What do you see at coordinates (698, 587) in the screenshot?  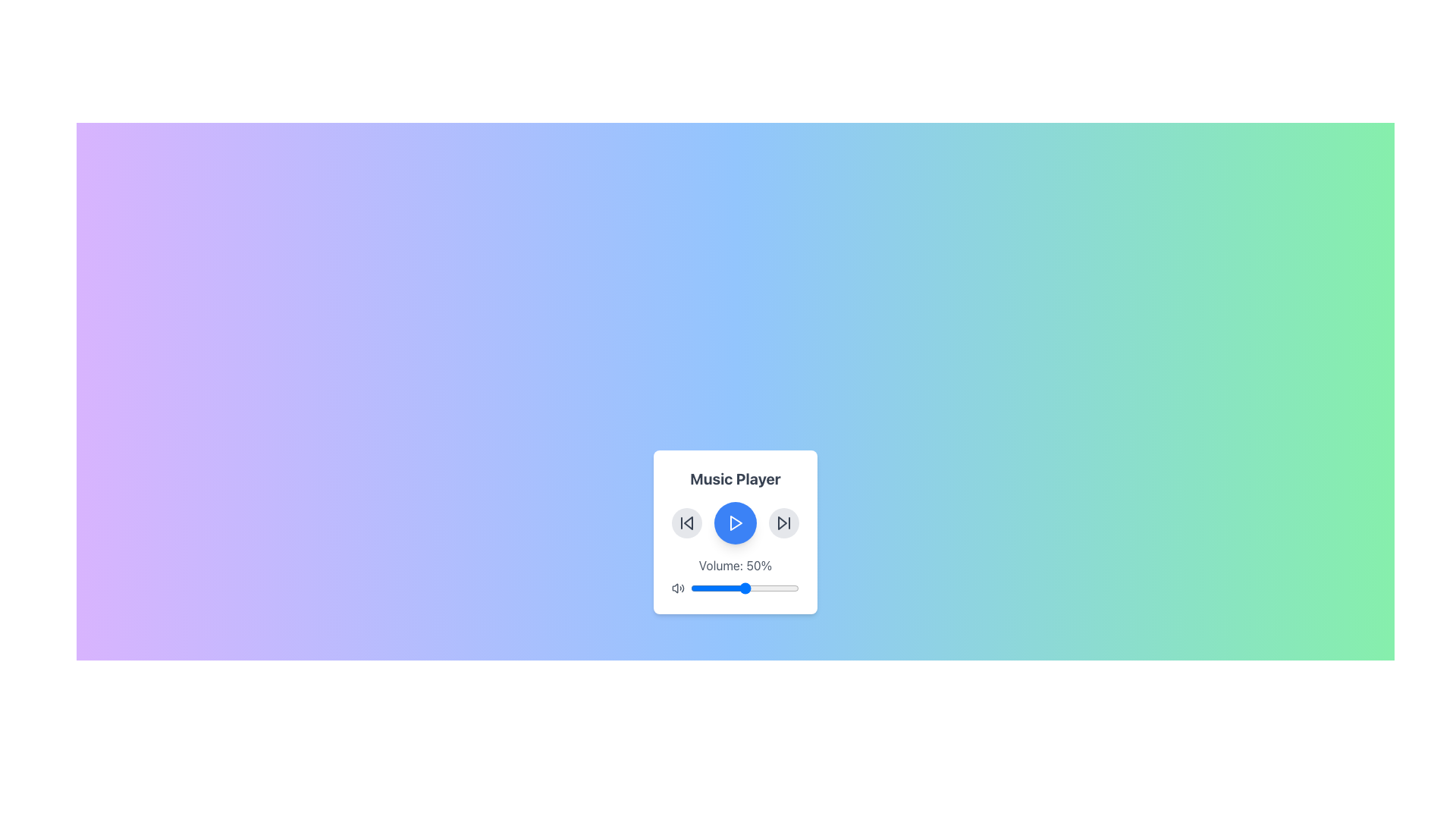 I see `the slider` at bounding box center [698, 587].